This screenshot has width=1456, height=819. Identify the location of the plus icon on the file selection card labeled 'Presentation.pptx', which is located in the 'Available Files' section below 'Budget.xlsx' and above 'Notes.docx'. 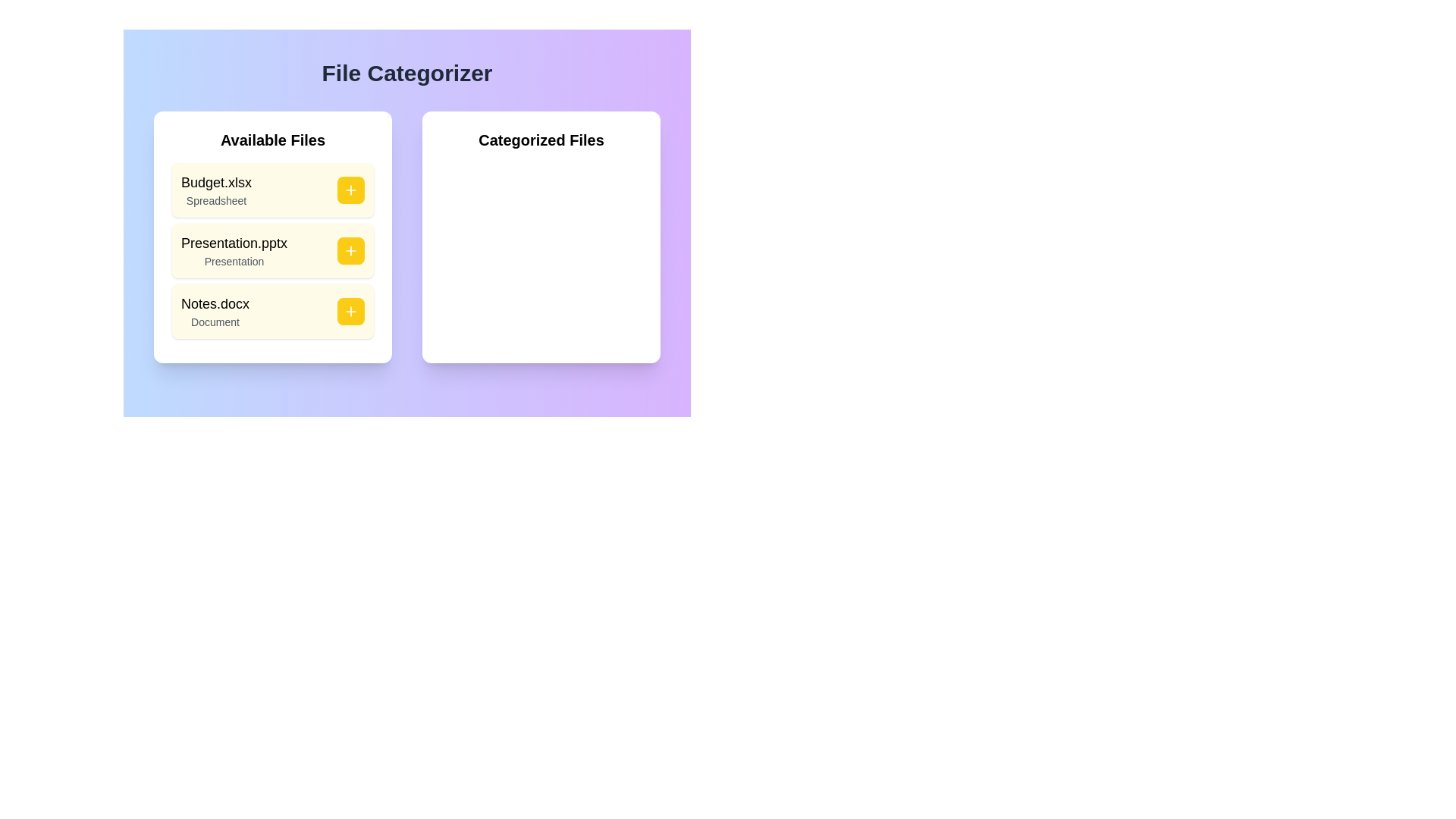
(273, 250).